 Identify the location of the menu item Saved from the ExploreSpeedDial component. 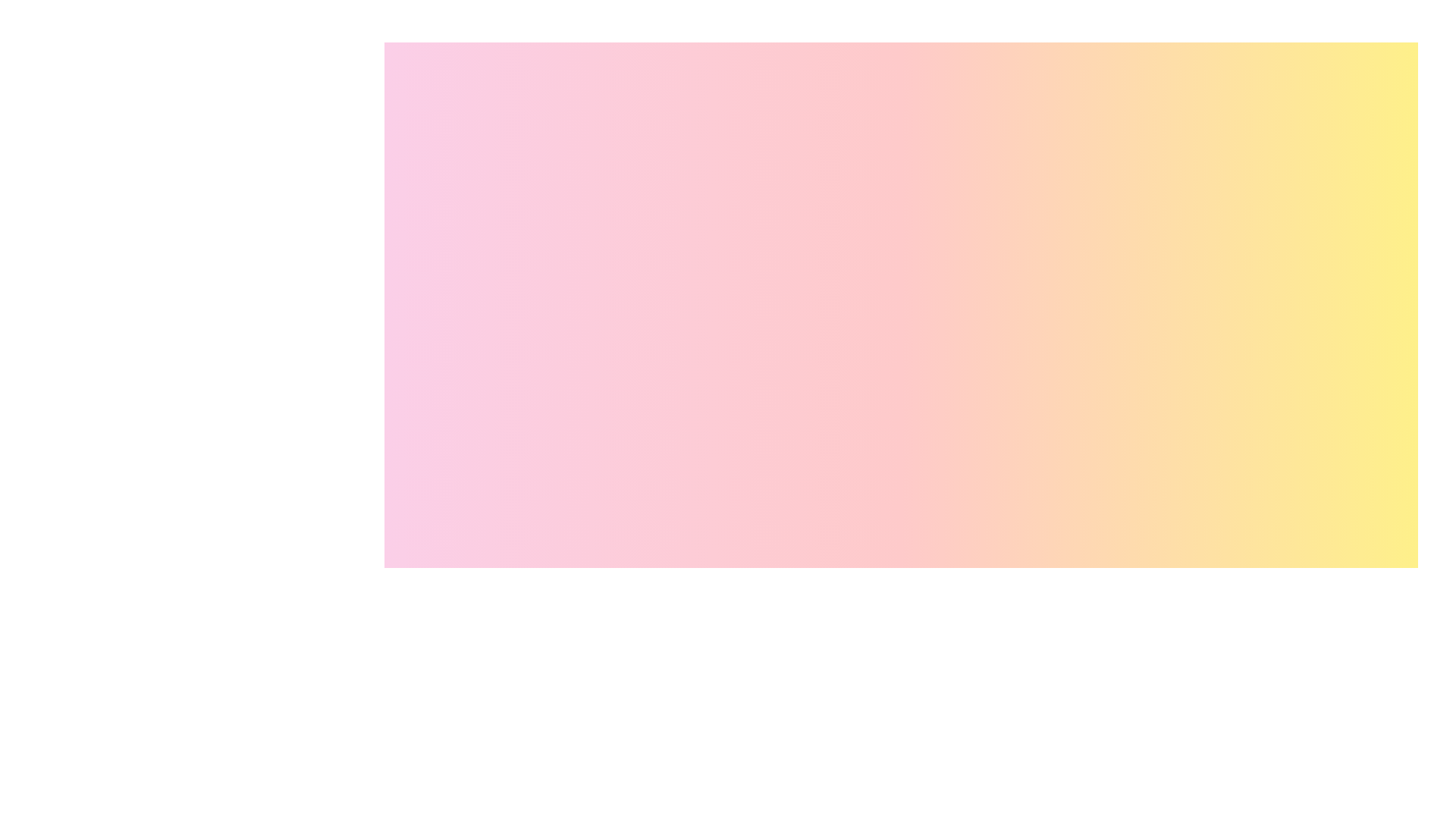
(1392, 721).